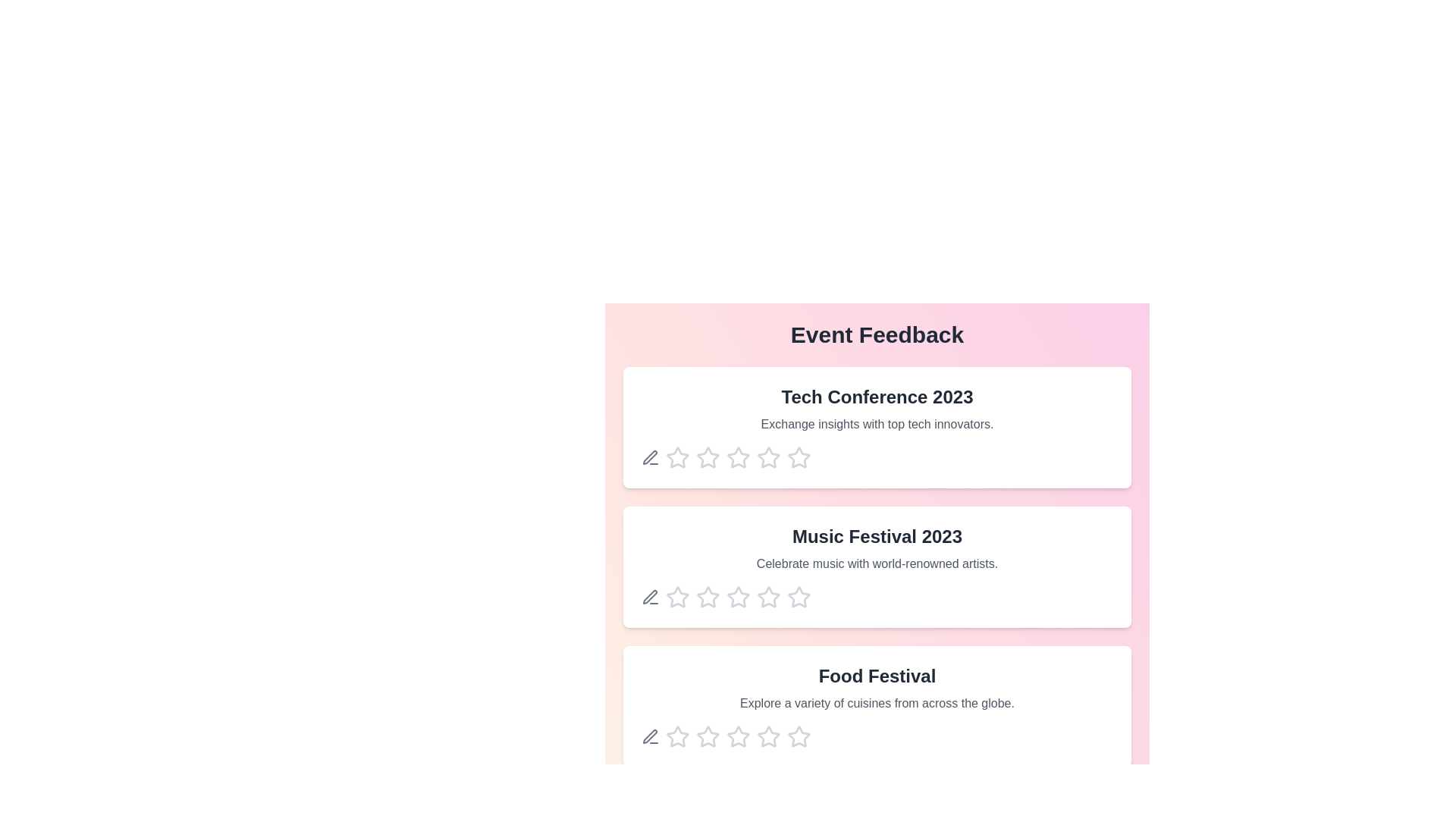 This screenshot has width=1456, height=819. Describe the element at coordinates (877, 567) in the screenshot. I see `the event card for Music Festival 2023` at that location.